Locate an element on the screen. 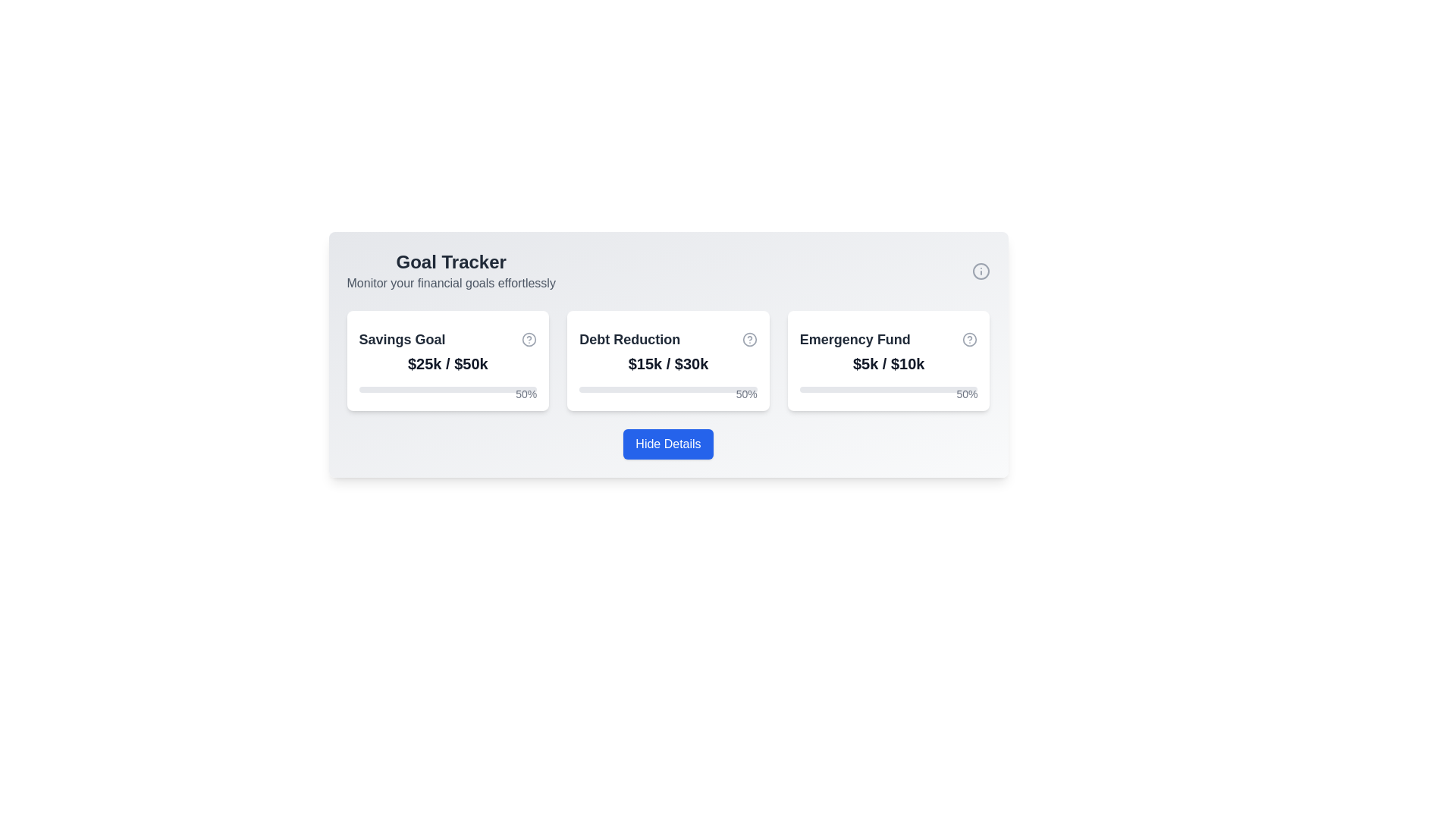 The image size is (1456, 819). progress information from the progress bar that shows 50% completion, located within the 'Debt Reduction' box beneath the '$15k / $30k' text is located at coordinates (667, 388).